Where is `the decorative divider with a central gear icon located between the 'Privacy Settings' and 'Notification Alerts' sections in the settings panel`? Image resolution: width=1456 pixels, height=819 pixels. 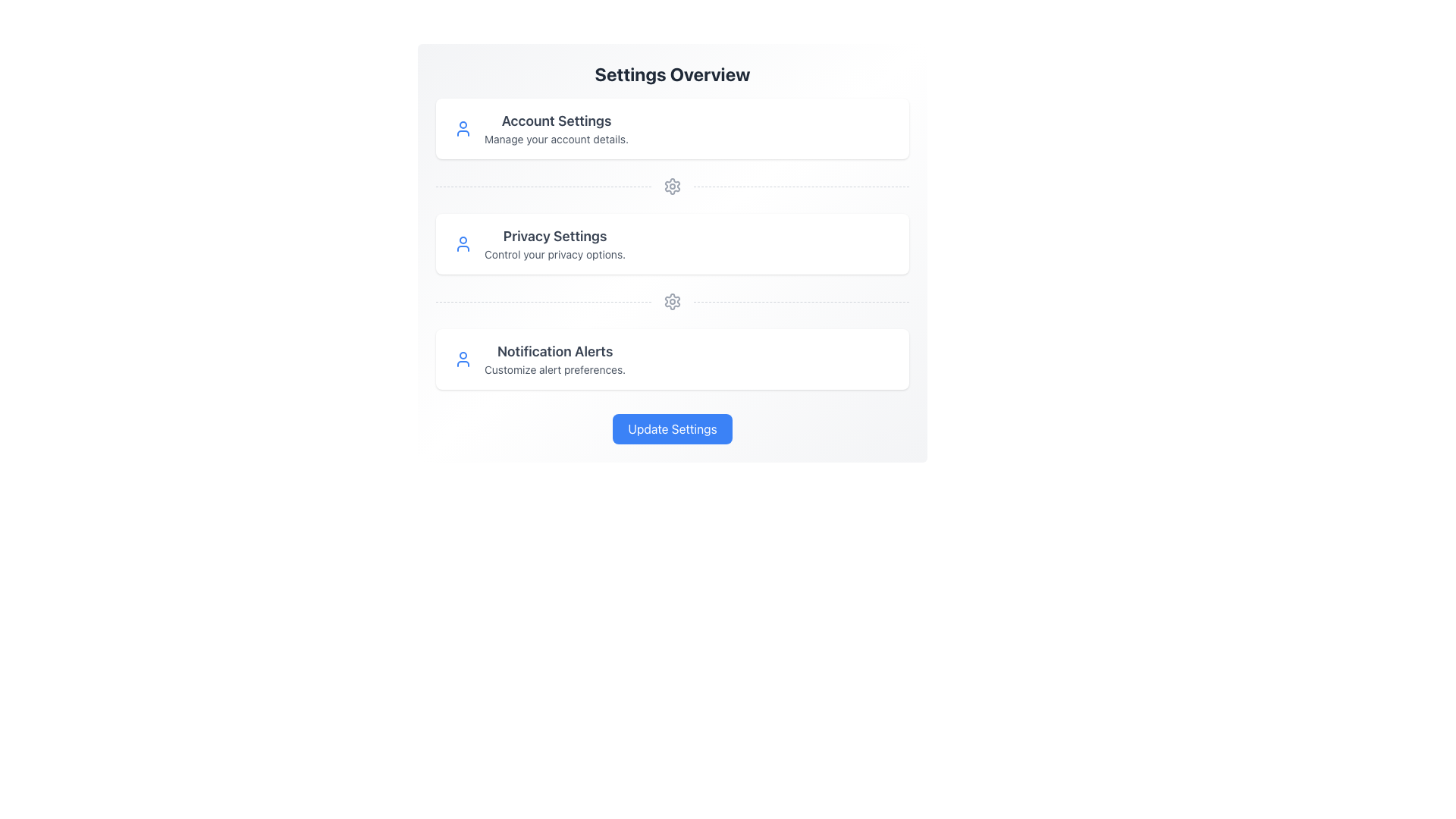
the decorative divider with a central gear icon located between the 'Privacy Settings' and 'Notification Alerts' sections in the settings panel is located at coordinates (672, 301).